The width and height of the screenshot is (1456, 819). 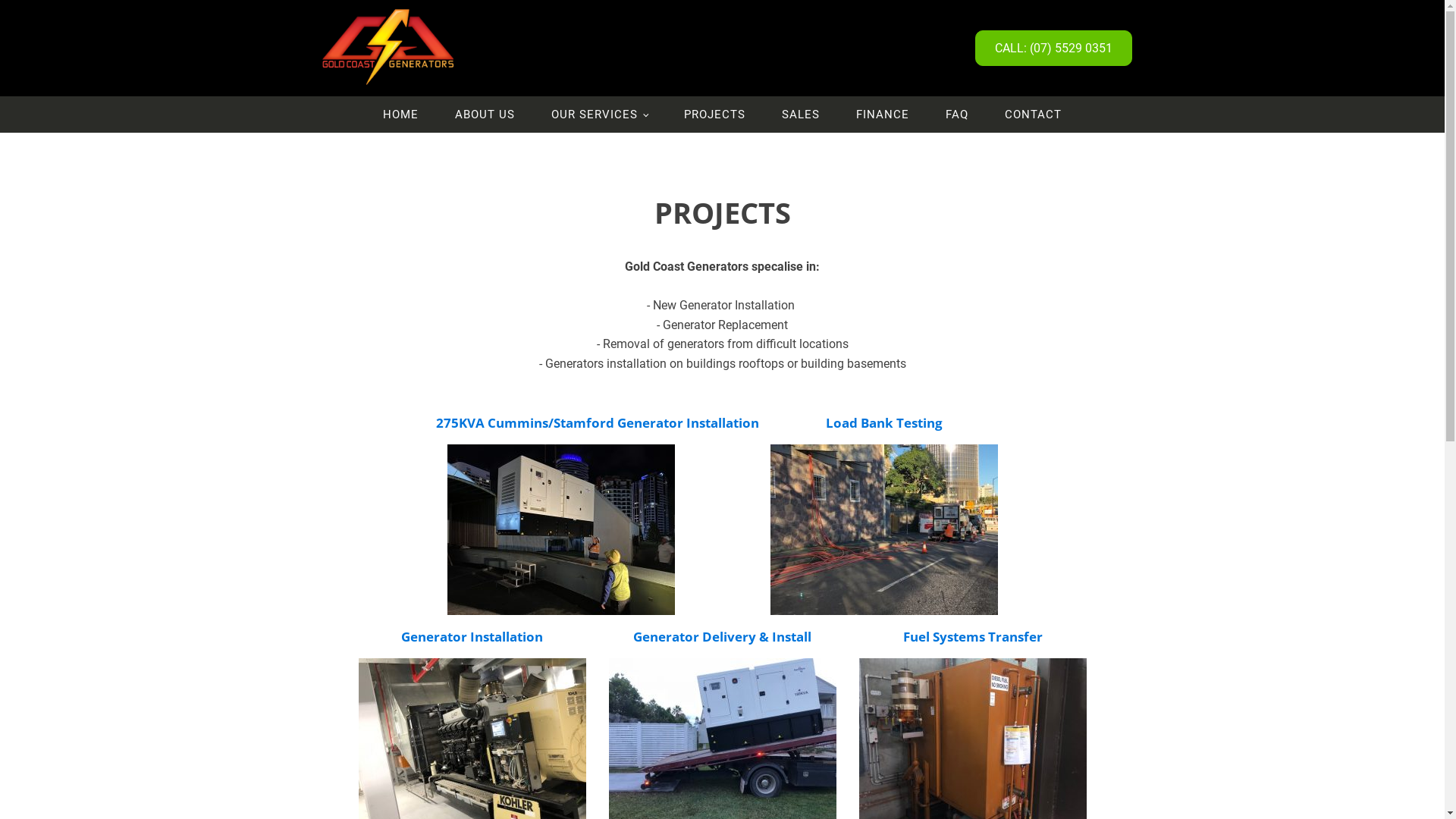 What do you see at coordinates (986, 113) in the screenshot?
I see `'CONTACT'` at bounding box center [986, 113].